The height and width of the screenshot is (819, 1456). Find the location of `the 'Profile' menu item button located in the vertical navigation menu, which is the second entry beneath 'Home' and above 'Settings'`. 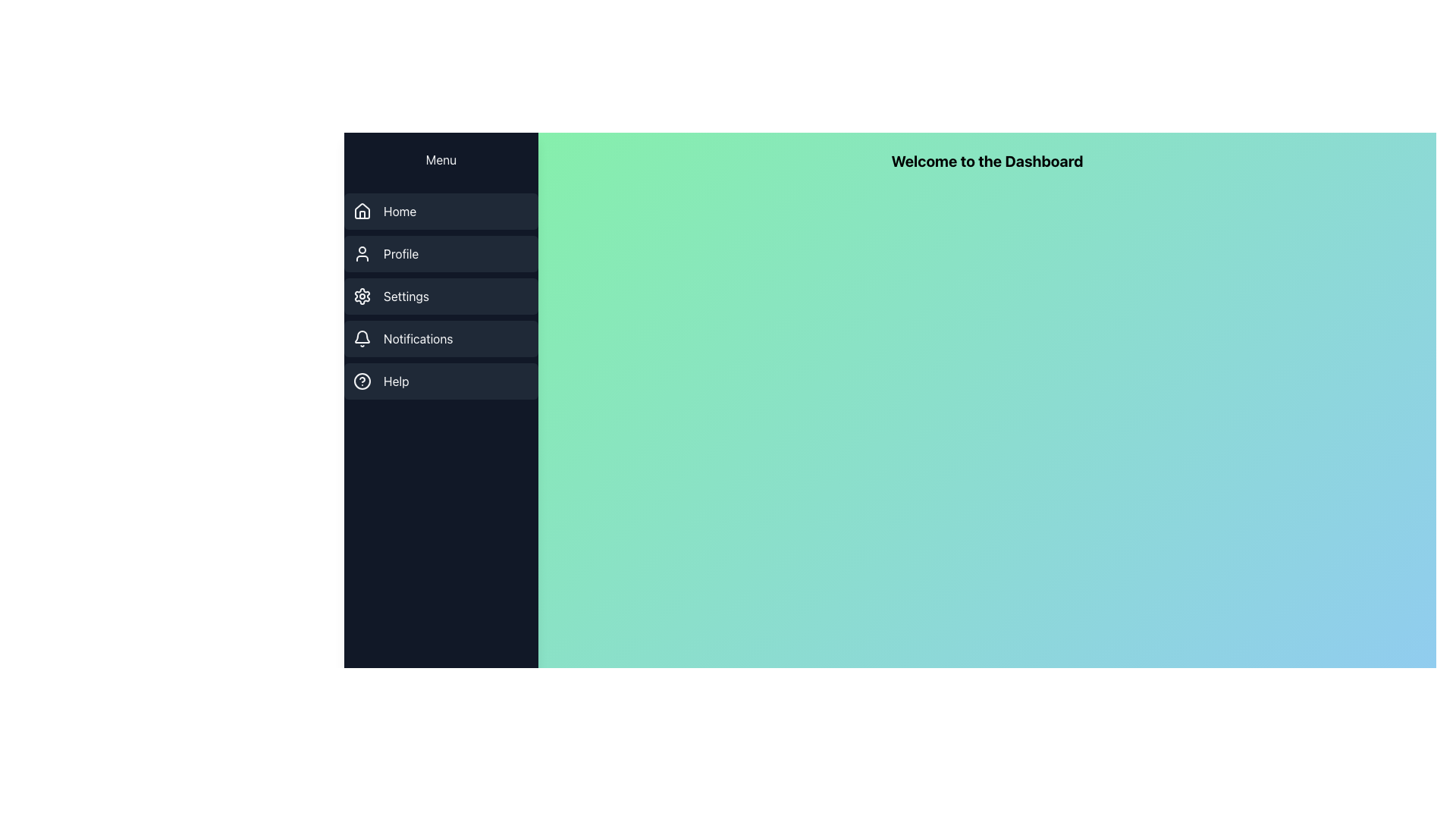

the 'Profile' menu item button located in the vertical navigation menu, which is the second entry beneath 'Home' and above 'Settings' is located at coordinates (440, 253).